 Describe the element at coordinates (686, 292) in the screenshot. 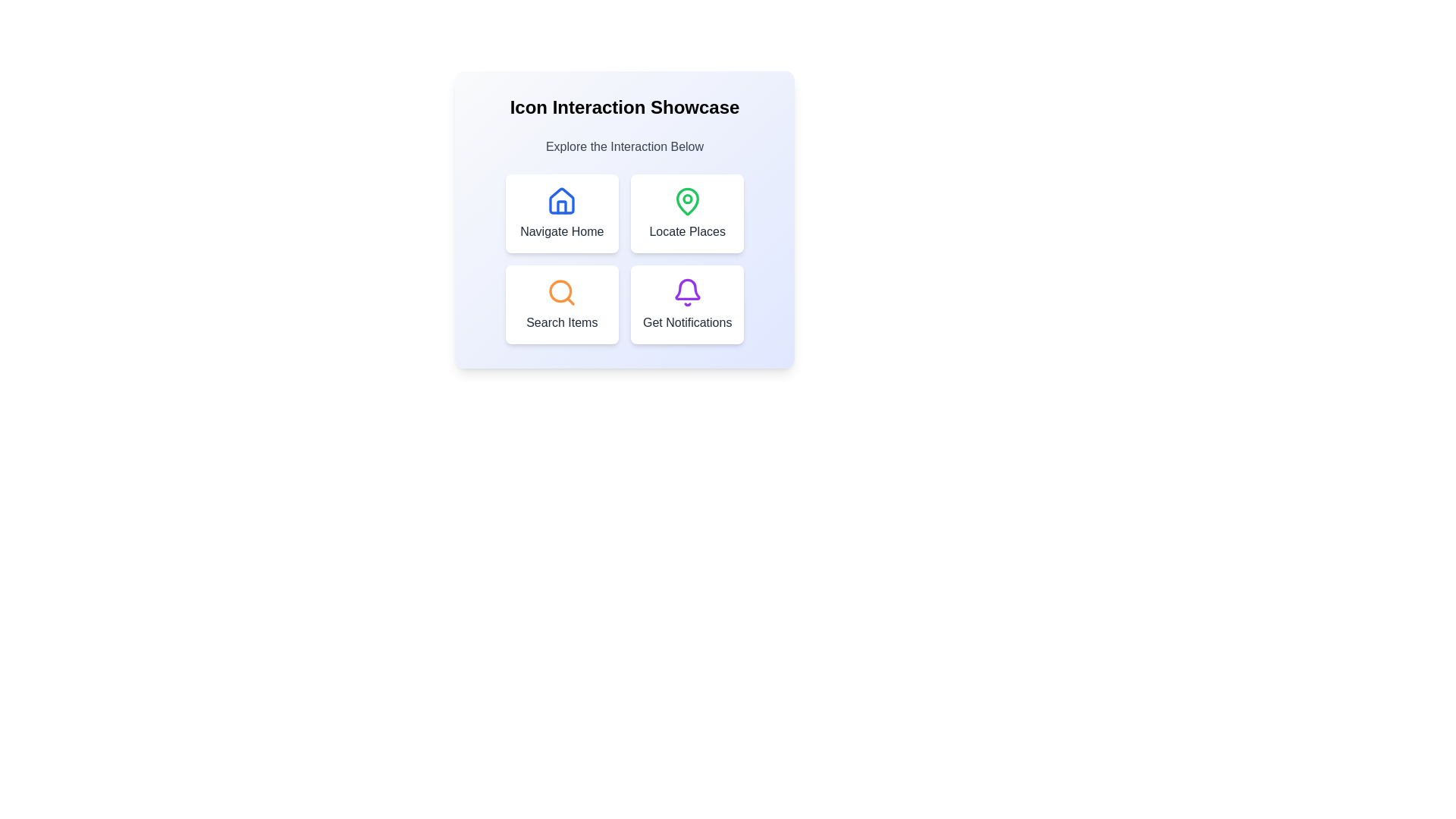

I see `the purple bell icon located at the center-top of the 'Get Notifications' button, which is part of a 2x2 button grid in the interface` at that location.